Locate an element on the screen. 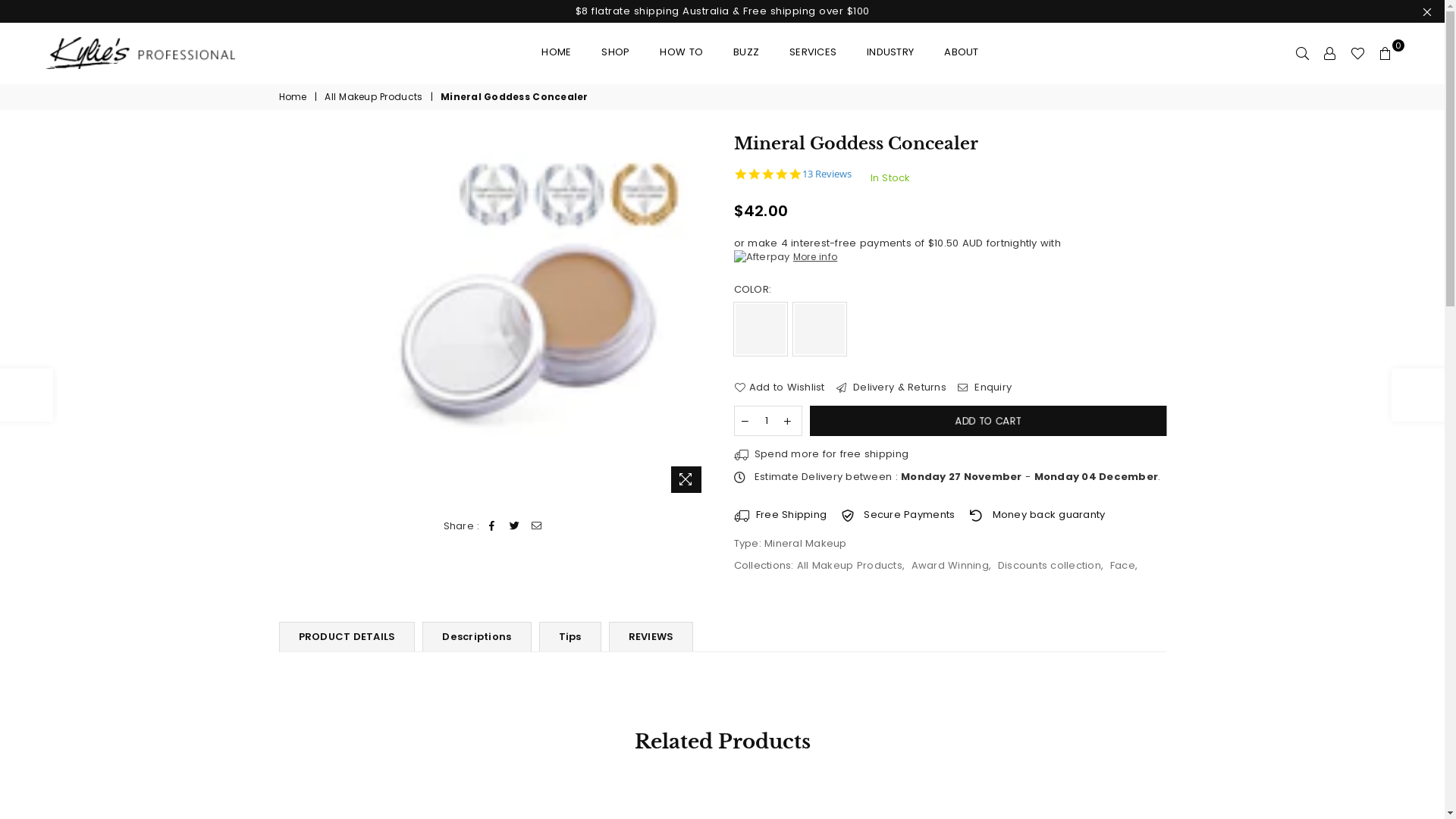 Image resolution: width=1456 pixels, height=819 pixels. 'Delivery & Returns' is located at coordinates (891, 386).